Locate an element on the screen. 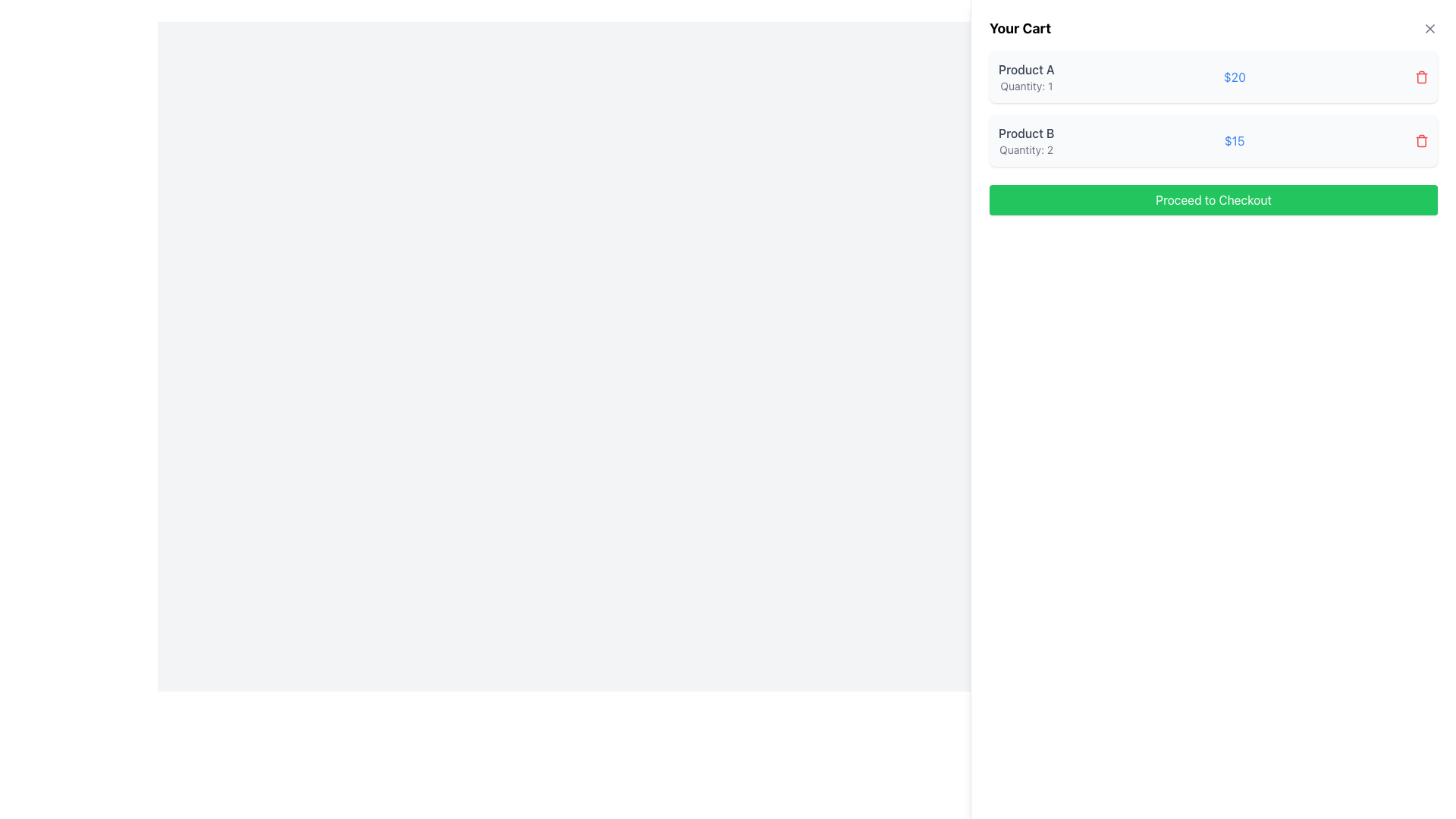  the 'X' shaped close button located at the top-right corner of the 'Your Cart' section is located at coordinates (1429, 29).